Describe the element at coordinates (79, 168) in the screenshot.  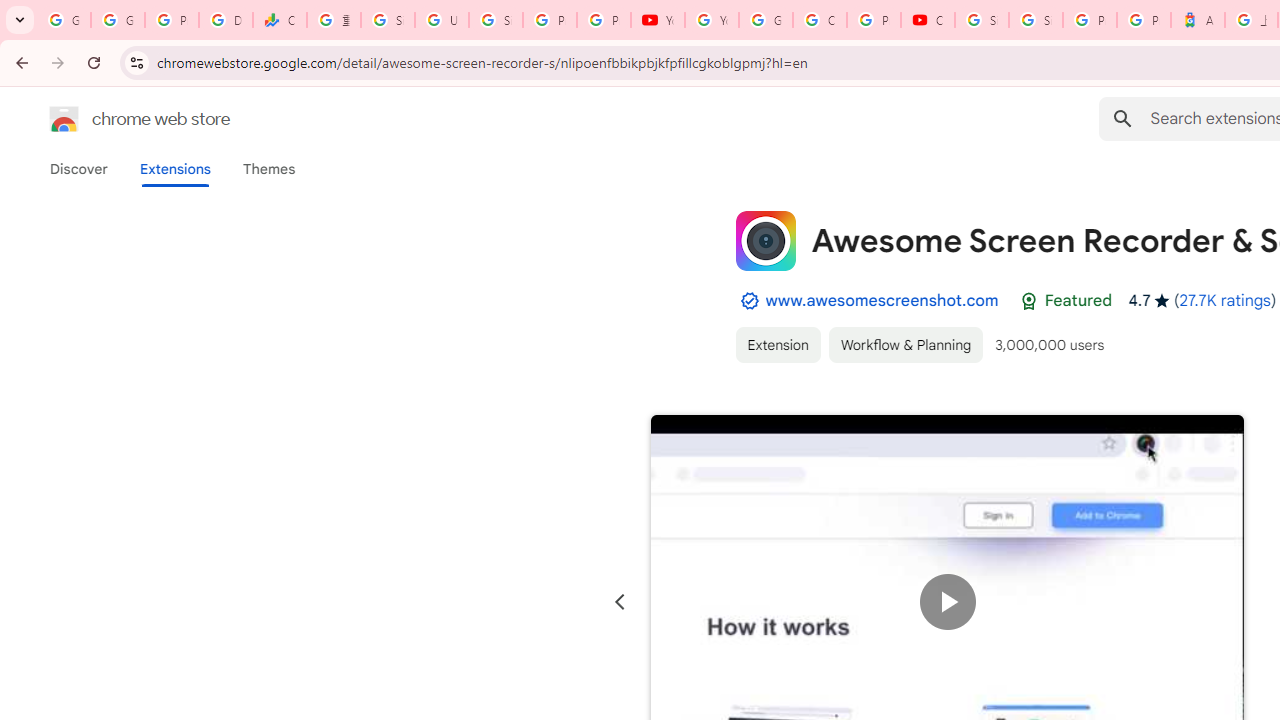
I see `'Discover'` at that location.